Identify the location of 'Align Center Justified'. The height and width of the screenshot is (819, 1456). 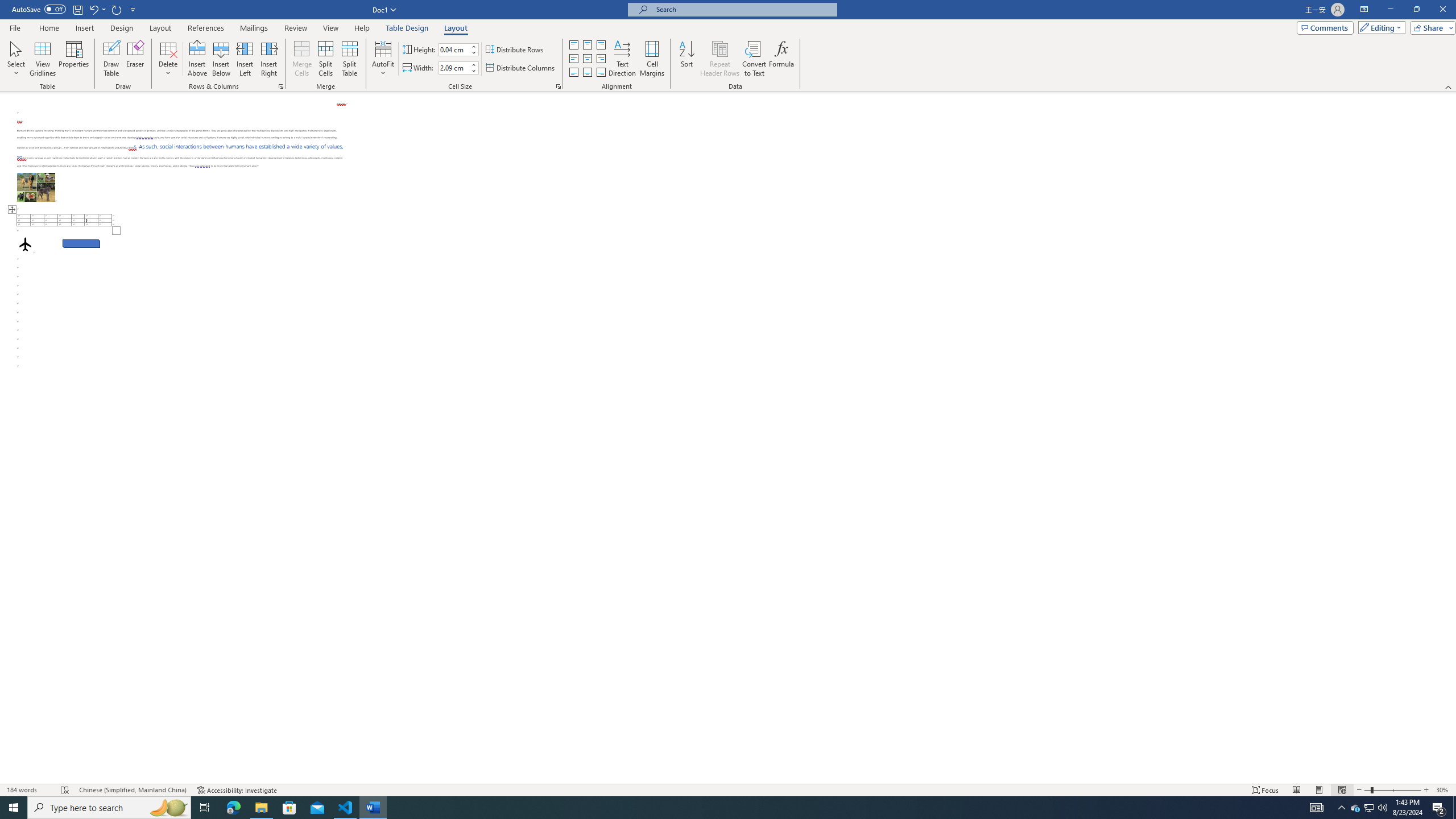
(573, 59).